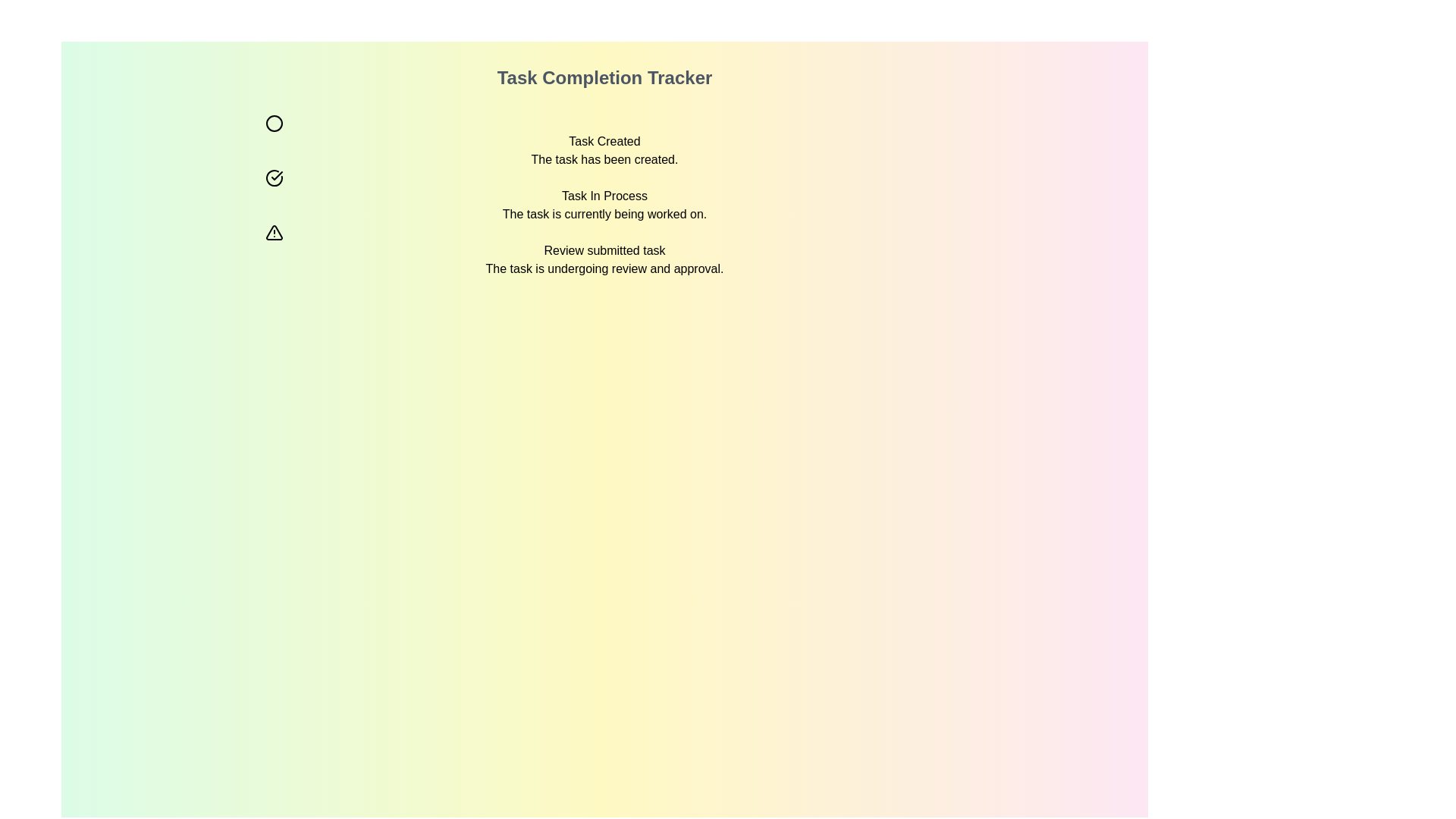 Image resolution: width=1456 pixels, height=819 pixels. What do you see at coordinates (604, 268) in the screenshot?
I see `the text element displaying 'The task is undergoing review and approval.' located below the heading 'Review submitted task'` at bounding box center [604, 268].